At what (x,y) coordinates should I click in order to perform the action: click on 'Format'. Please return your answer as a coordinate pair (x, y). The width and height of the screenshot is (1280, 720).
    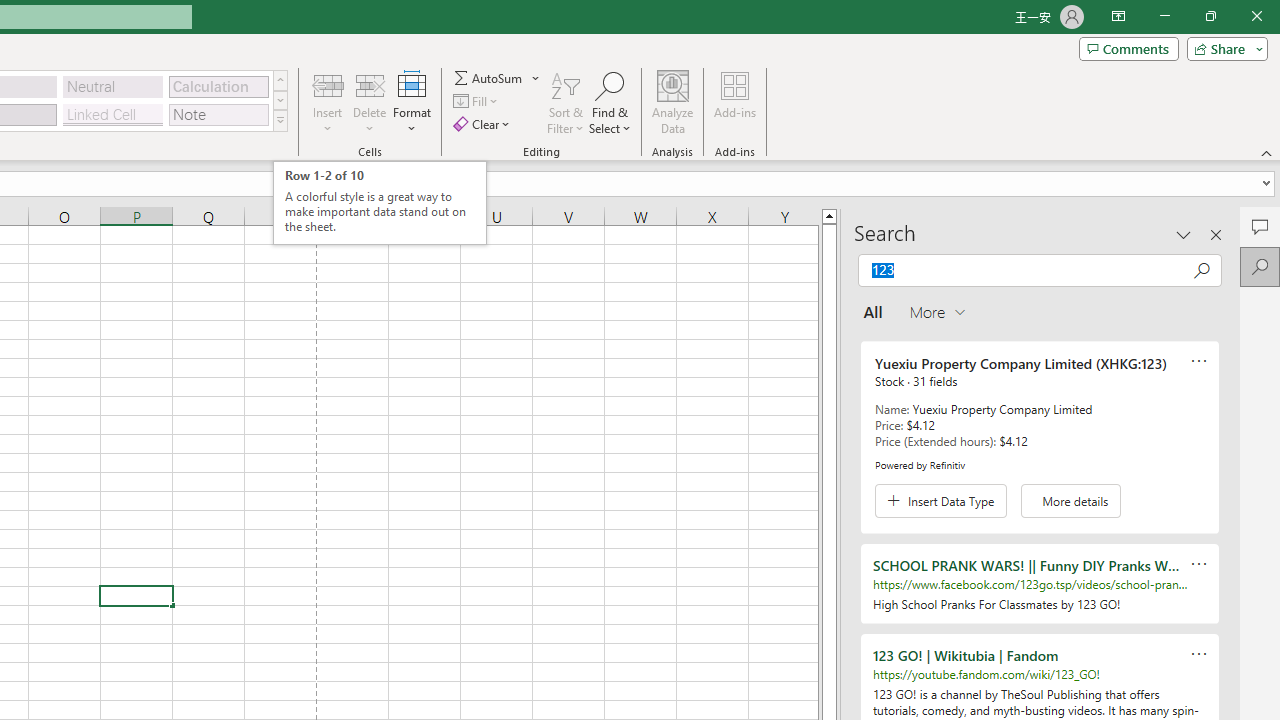
    Looking at the image, I should click on (411, 103).